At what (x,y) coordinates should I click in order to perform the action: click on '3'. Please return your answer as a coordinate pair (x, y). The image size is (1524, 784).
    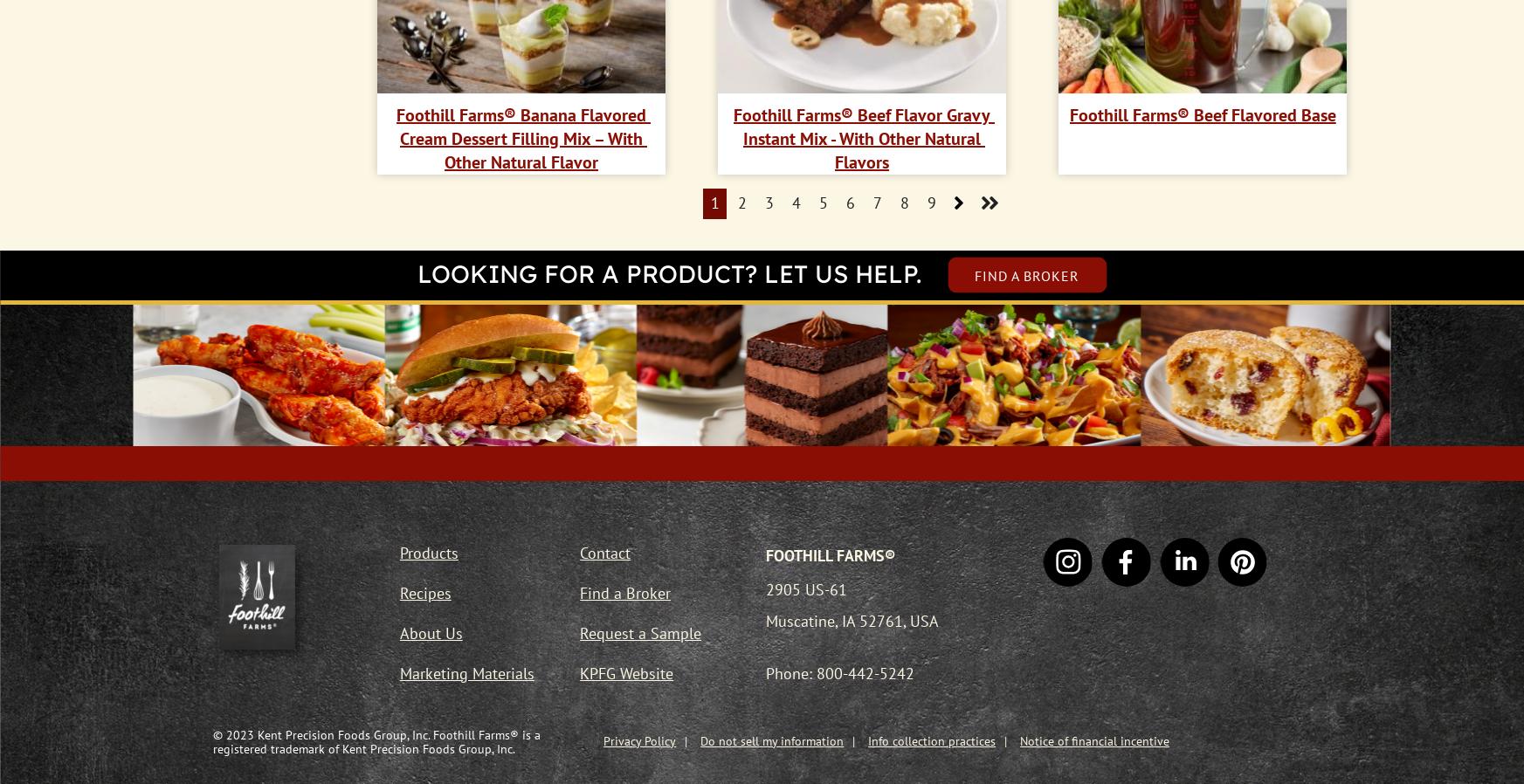
    Looking at the image, I should click on (763, 203).